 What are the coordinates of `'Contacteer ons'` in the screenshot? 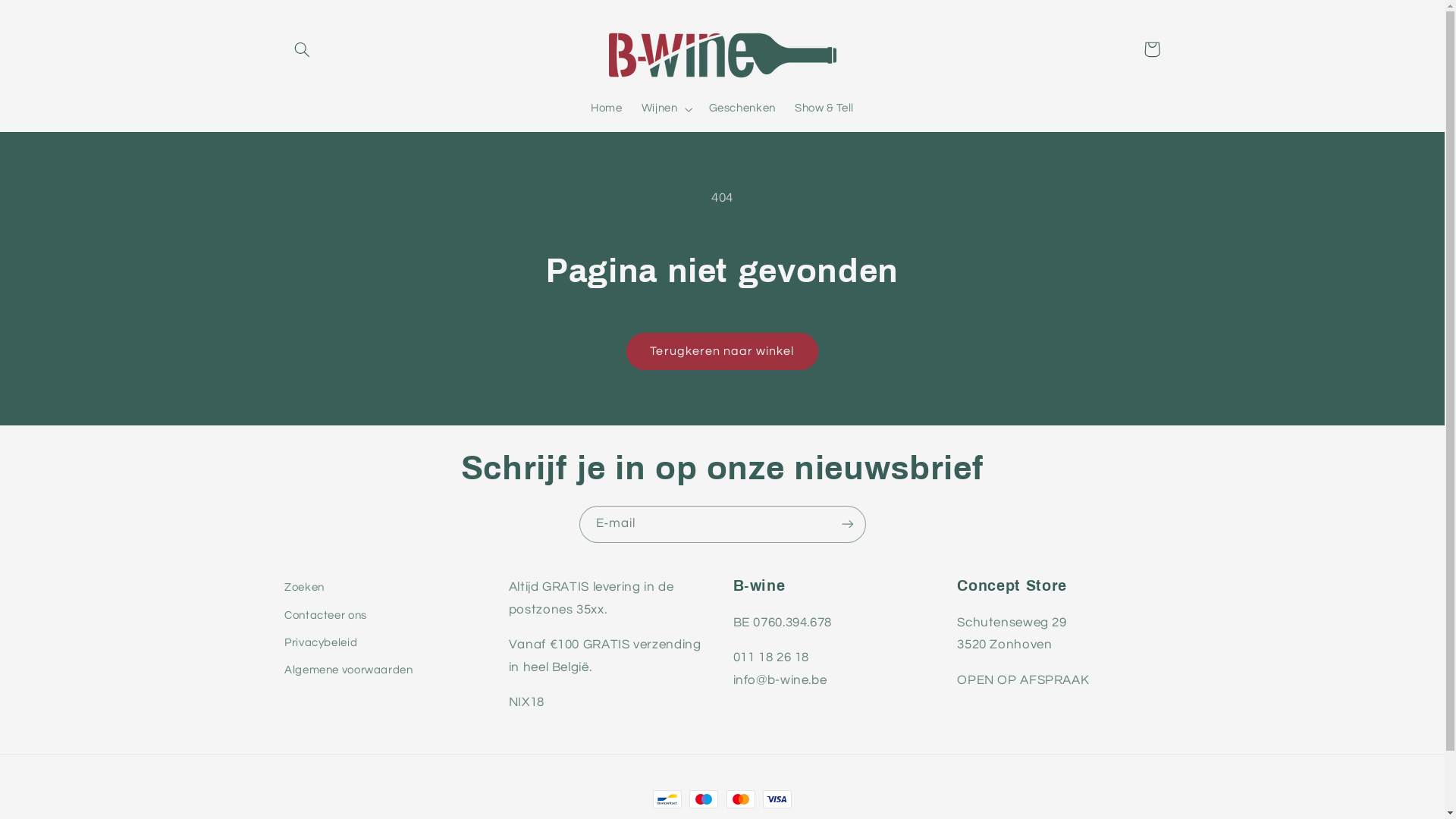 It's located at (325, 614).